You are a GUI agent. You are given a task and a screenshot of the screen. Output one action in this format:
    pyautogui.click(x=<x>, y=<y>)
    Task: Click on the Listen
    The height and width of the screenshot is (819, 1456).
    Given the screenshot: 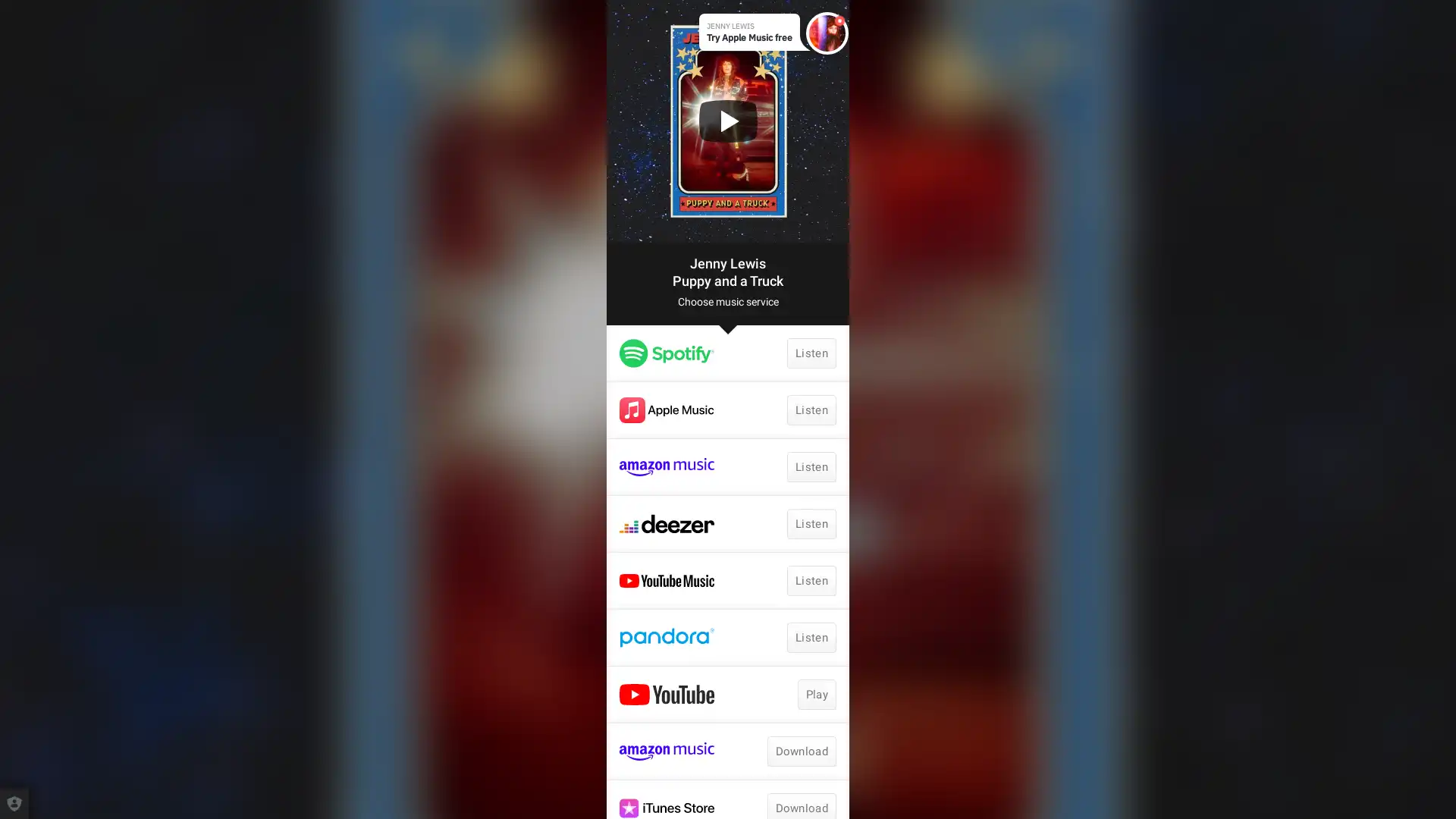 What is the action you would take?
    pyautogui.click(x=811, y=353)
    